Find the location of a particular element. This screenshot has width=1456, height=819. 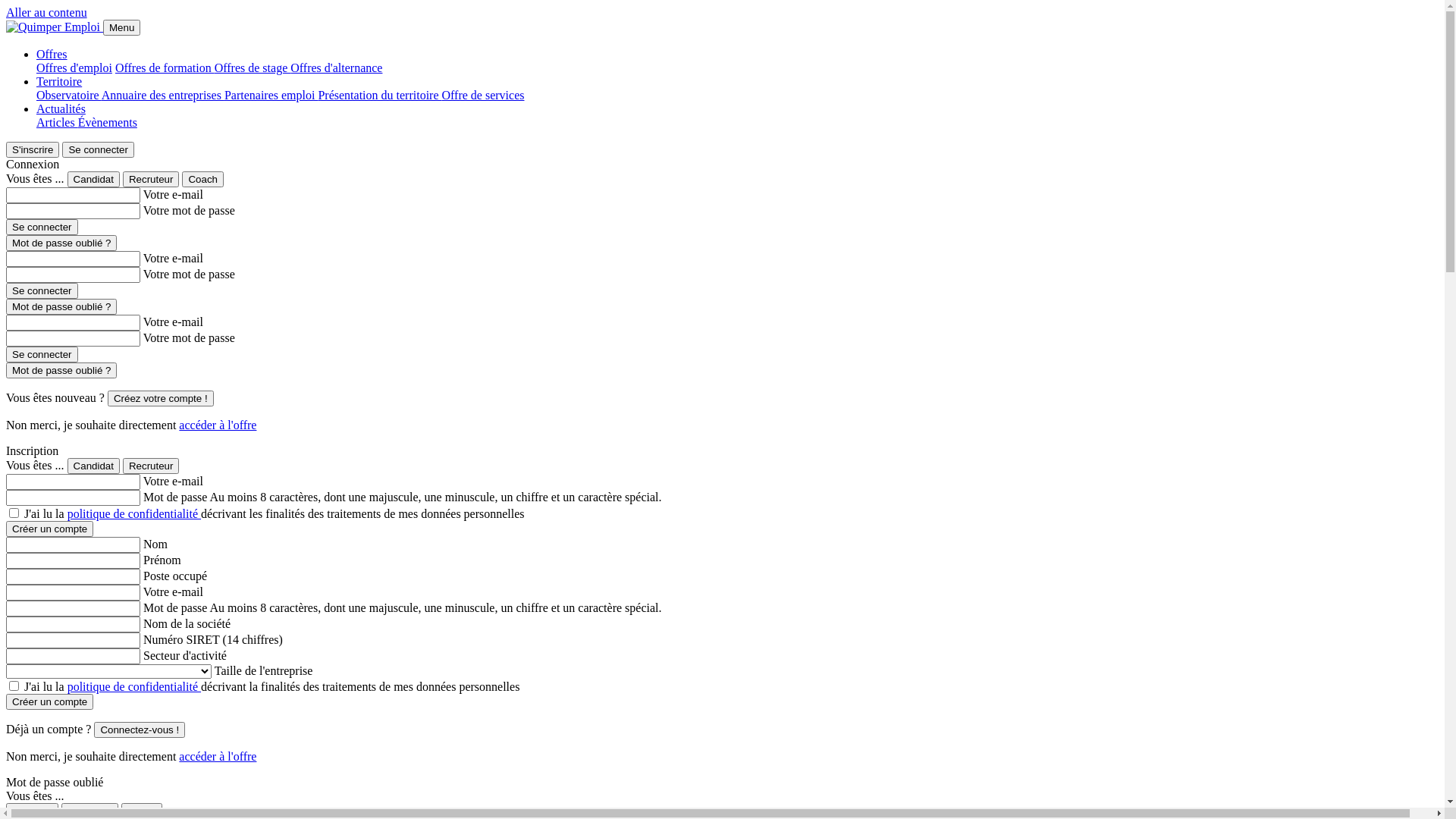

'Territoire' is located at coordinates (58, 81).